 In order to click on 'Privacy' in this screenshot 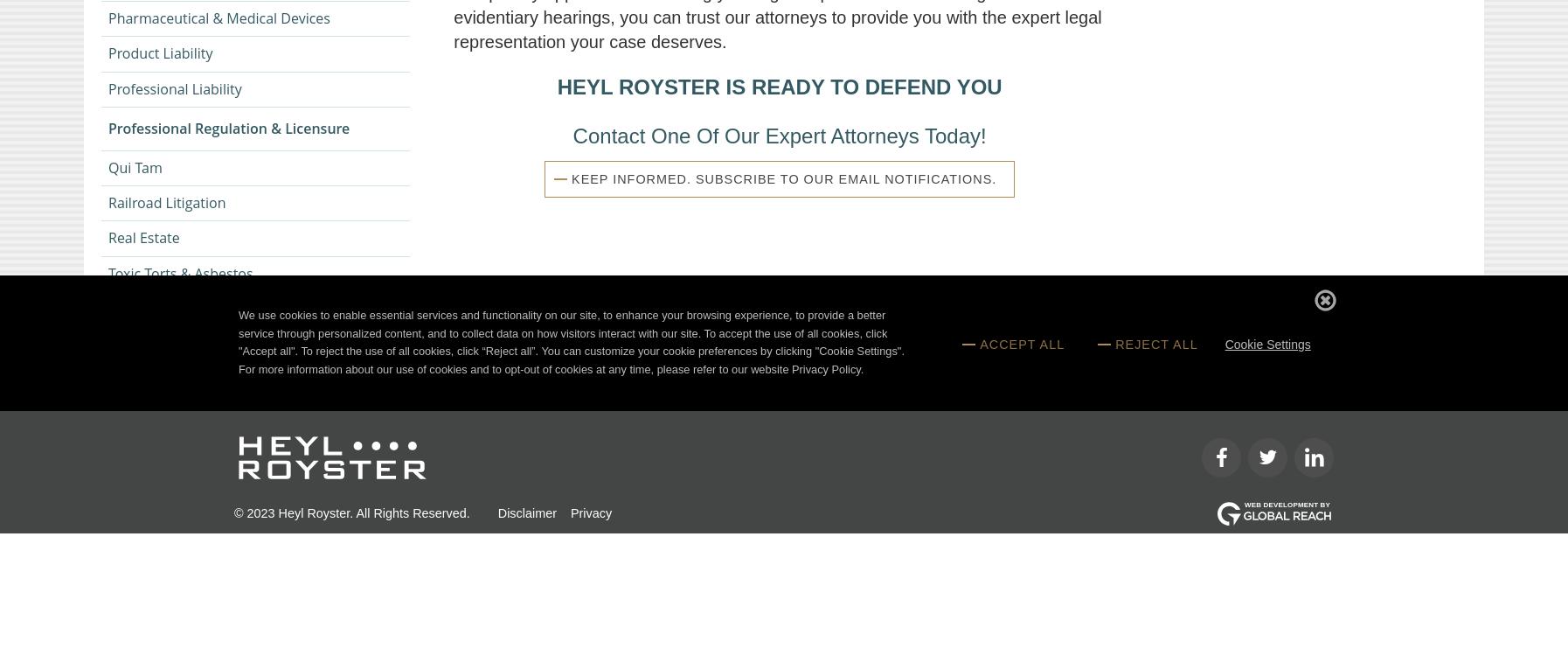, I will do `click(590, 512)`.